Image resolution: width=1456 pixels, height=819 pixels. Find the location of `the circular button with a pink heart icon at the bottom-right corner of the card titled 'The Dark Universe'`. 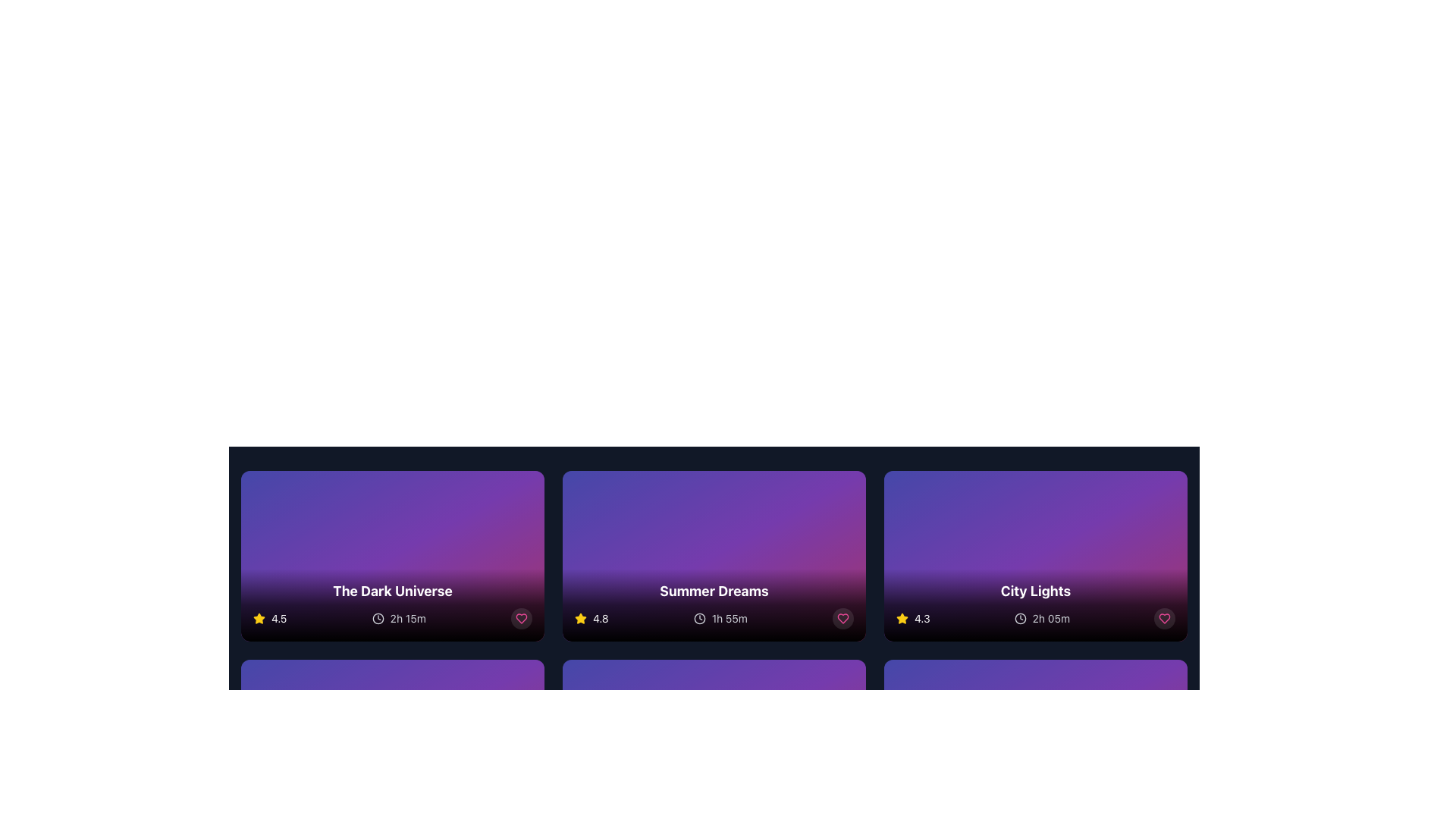

the circular button with a pink heart icon at the bottom-right corner of the card titled 'The Dark Universe' is located at coordinates (521, 619).